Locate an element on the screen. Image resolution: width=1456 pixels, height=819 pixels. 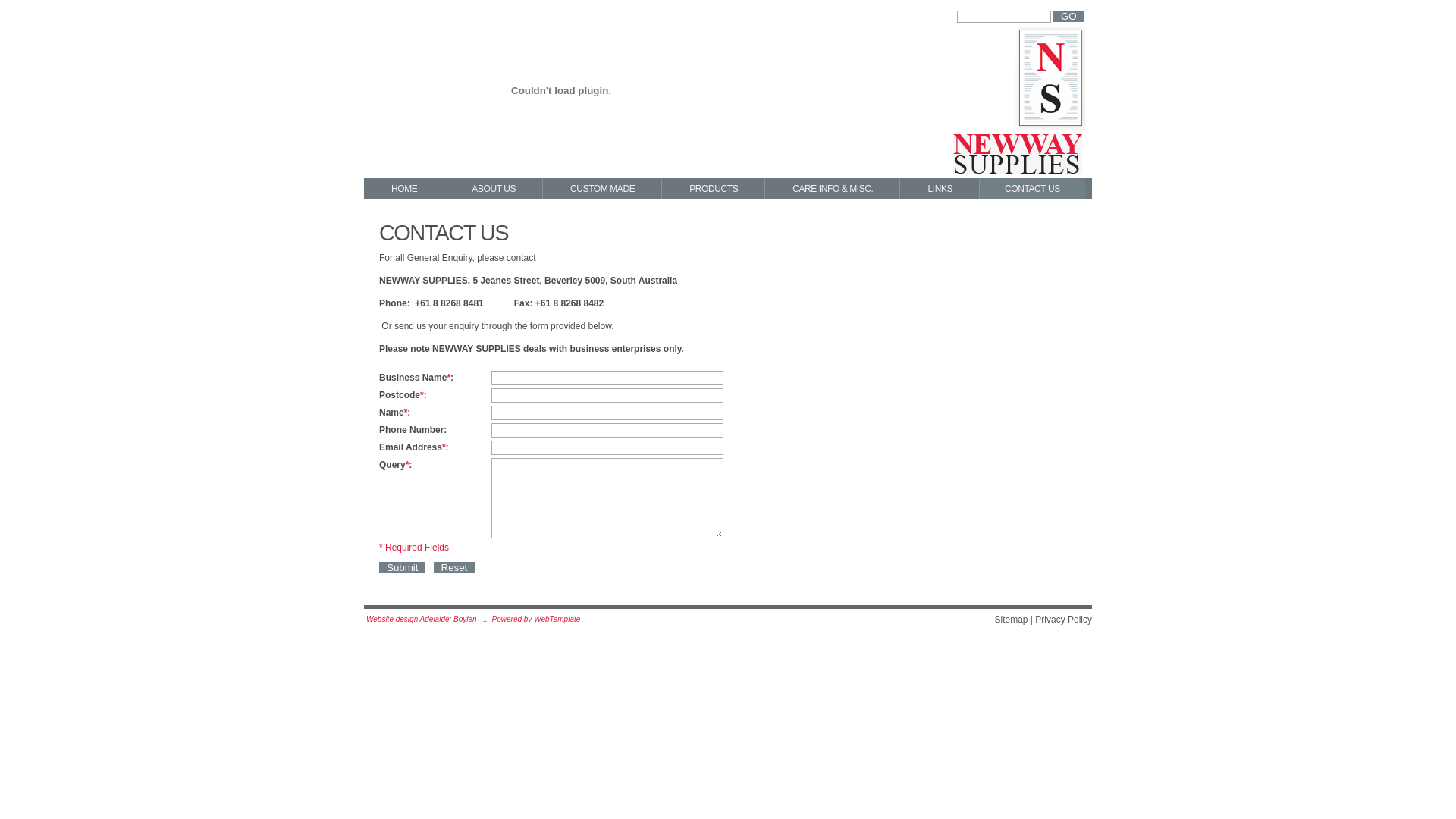
'LINKS' is located at coordinates (938, 188).